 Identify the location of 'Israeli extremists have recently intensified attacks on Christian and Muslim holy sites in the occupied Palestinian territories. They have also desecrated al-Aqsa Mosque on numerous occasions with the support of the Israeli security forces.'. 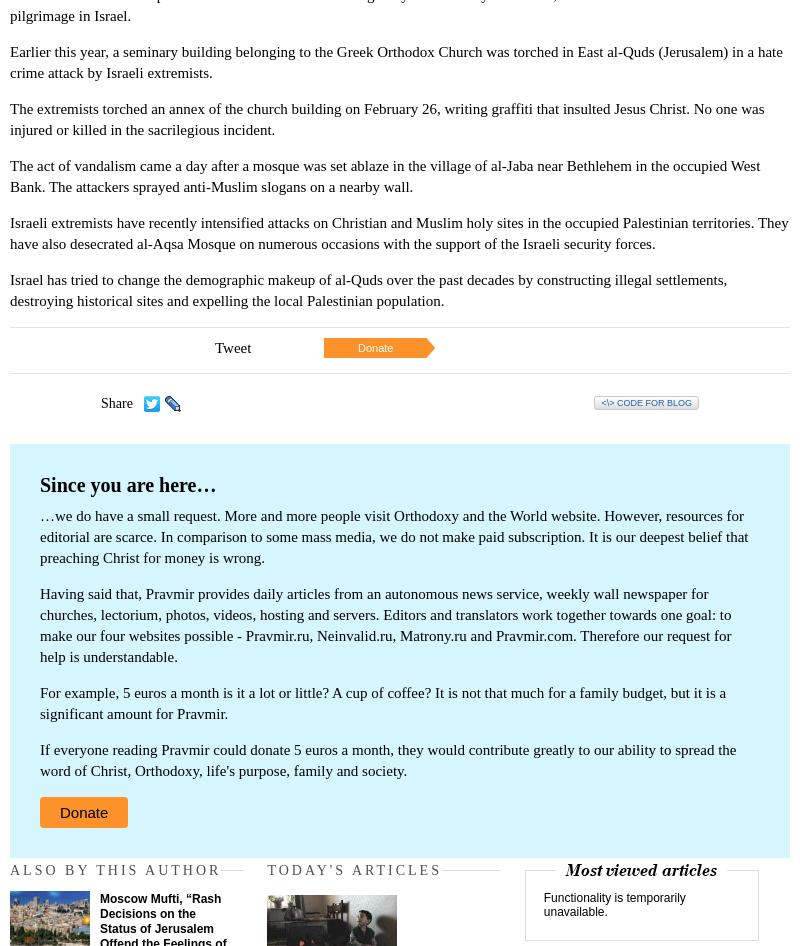
(397, 233).